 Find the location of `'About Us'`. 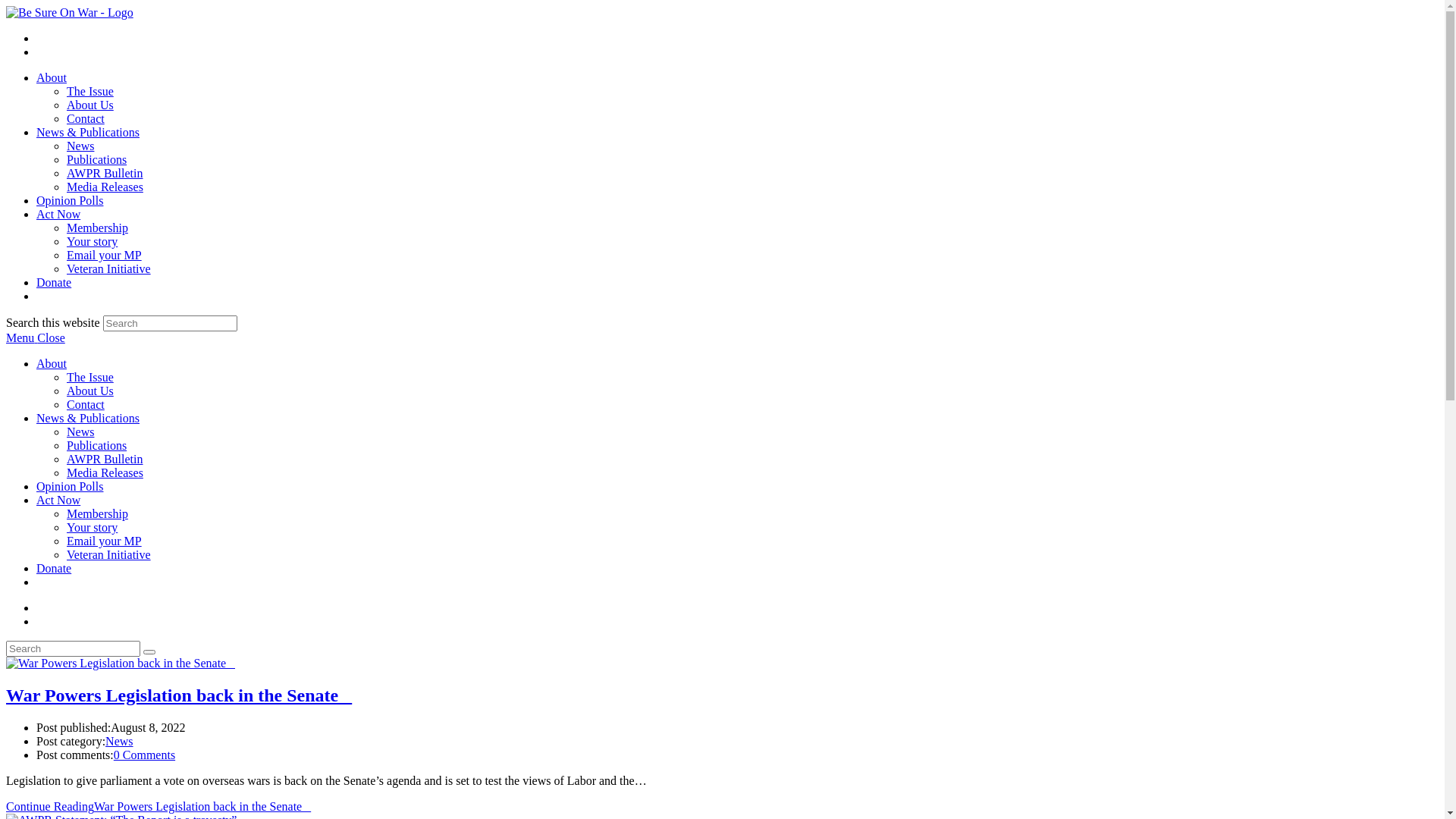

'About Us' is located at coordinates (65, 104).